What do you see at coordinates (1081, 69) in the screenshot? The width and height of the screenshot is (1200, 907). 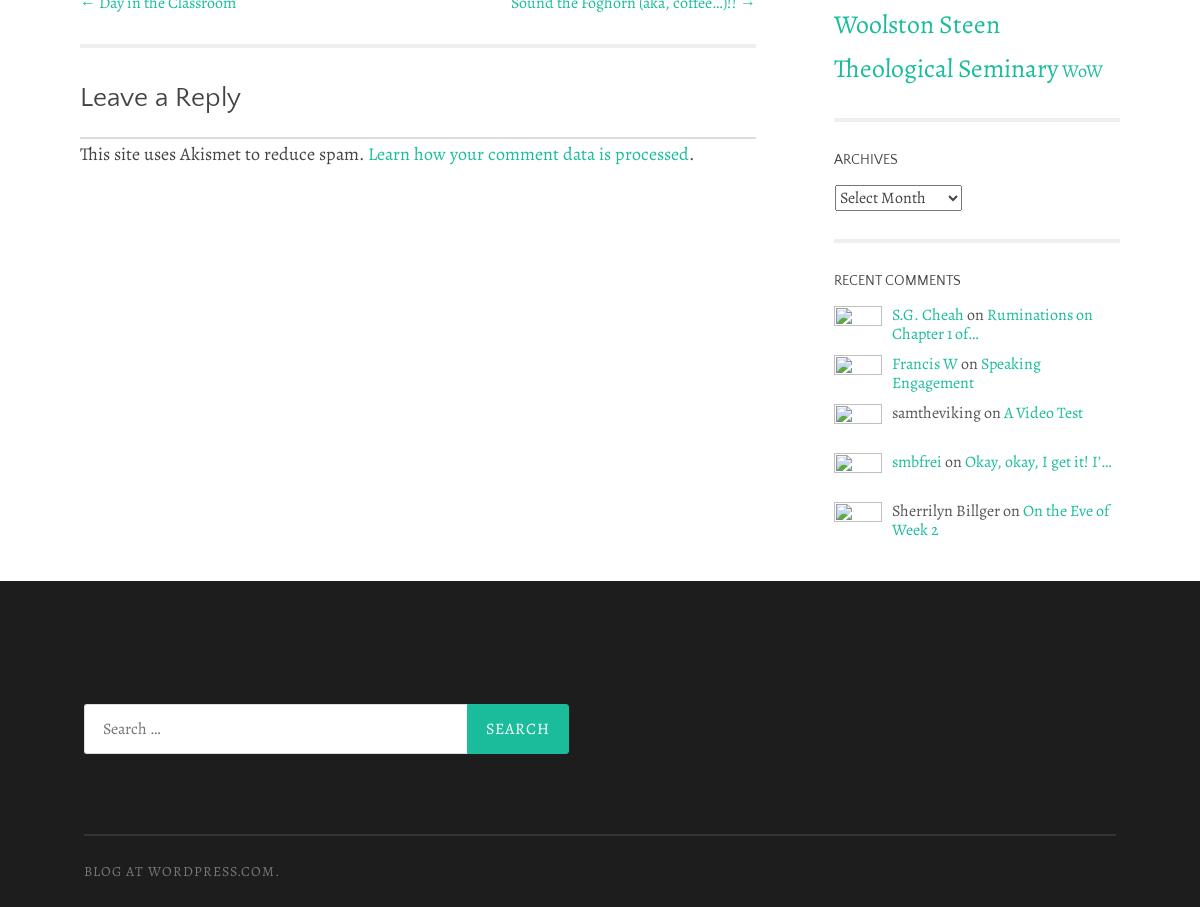 I see `'WoW'` at bounding box center [1081, 69].